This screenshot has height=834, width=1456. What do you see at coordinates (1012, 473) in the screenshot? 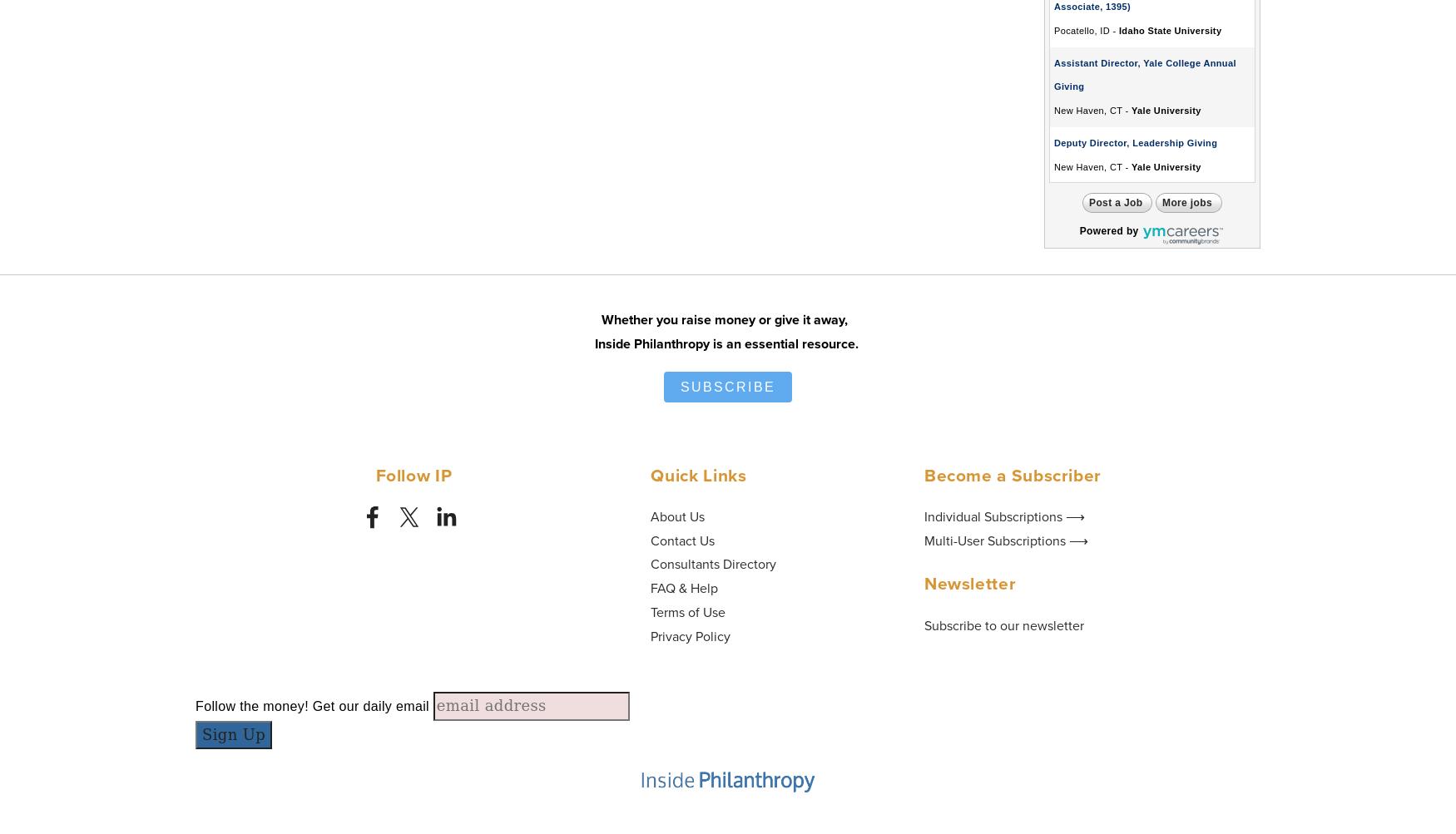
I see `'Become a Subscriber'` at bounding box center [1012, 473].